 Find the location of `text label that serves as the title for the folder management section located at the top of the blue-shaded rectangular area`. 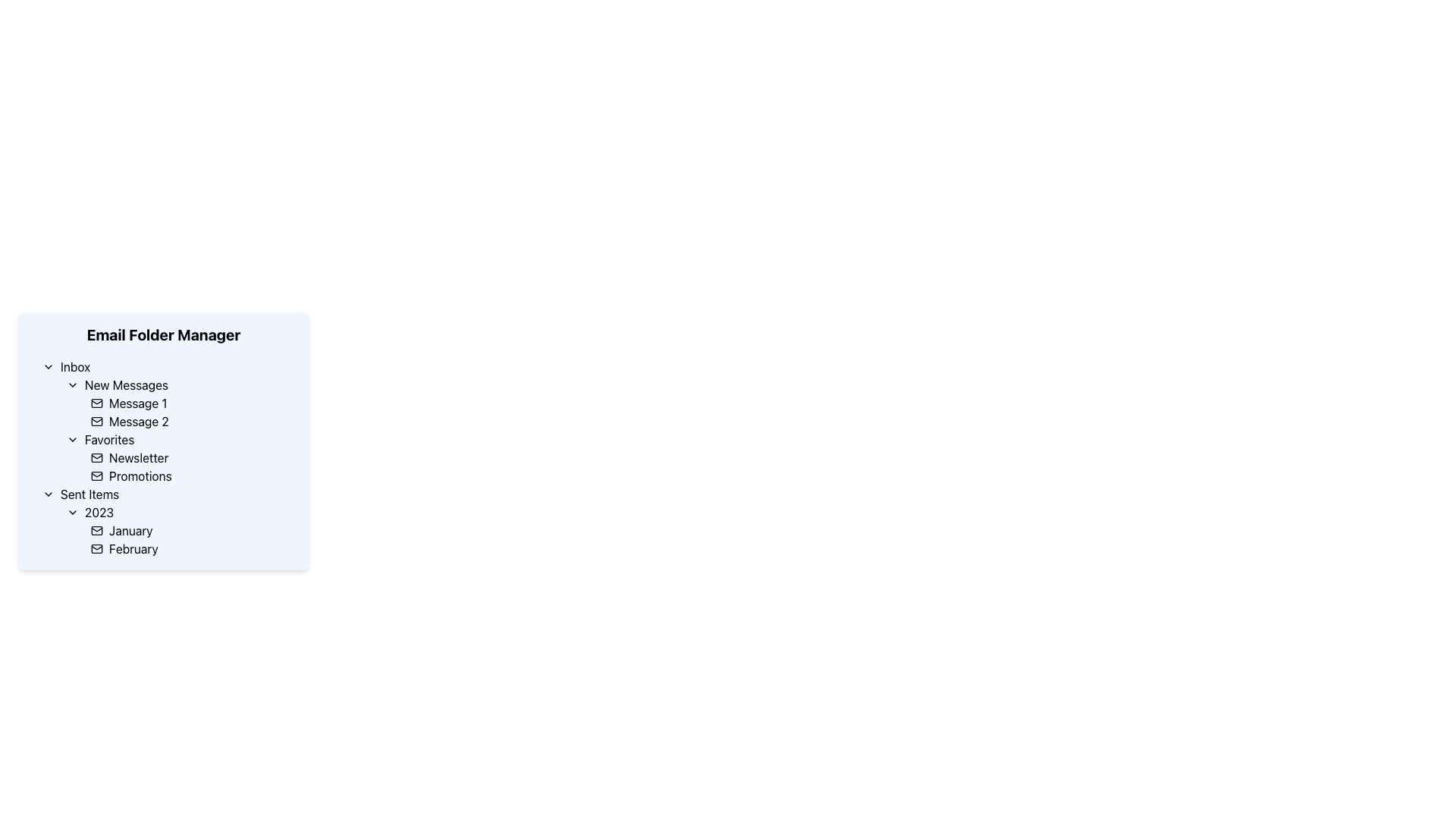

text label that serves as the title for the folder management section located at the top of the blue-shaded rectangular area is located at coordinates (164, 334).